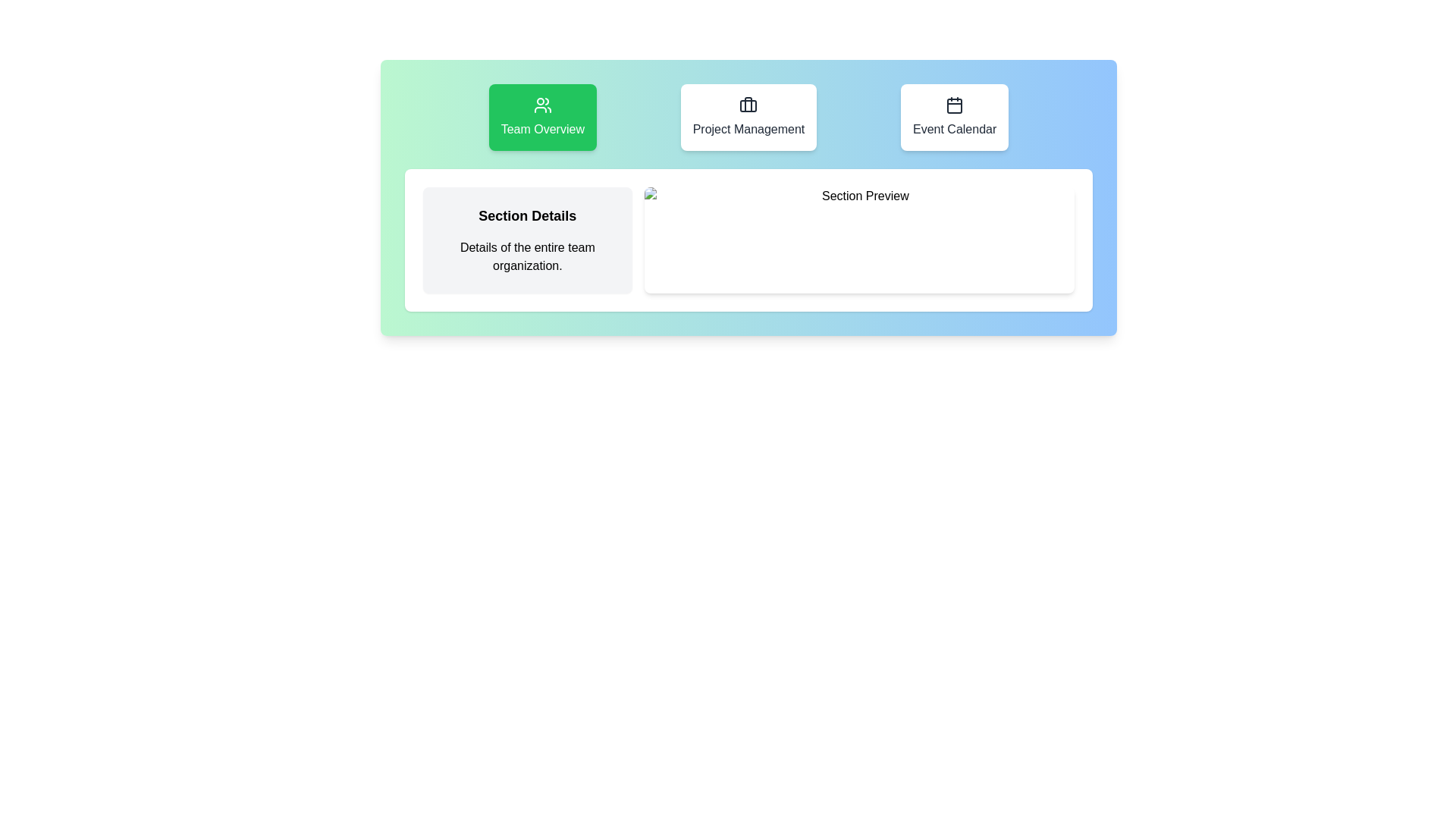  Describe the element at coordinates (954, 128) in the screenshot. I see `the 'Event Calendar' text label, which is displayed in medium font weight on a blue background card, located below a calendar icon and positioned as the third card in the top row` at that location.